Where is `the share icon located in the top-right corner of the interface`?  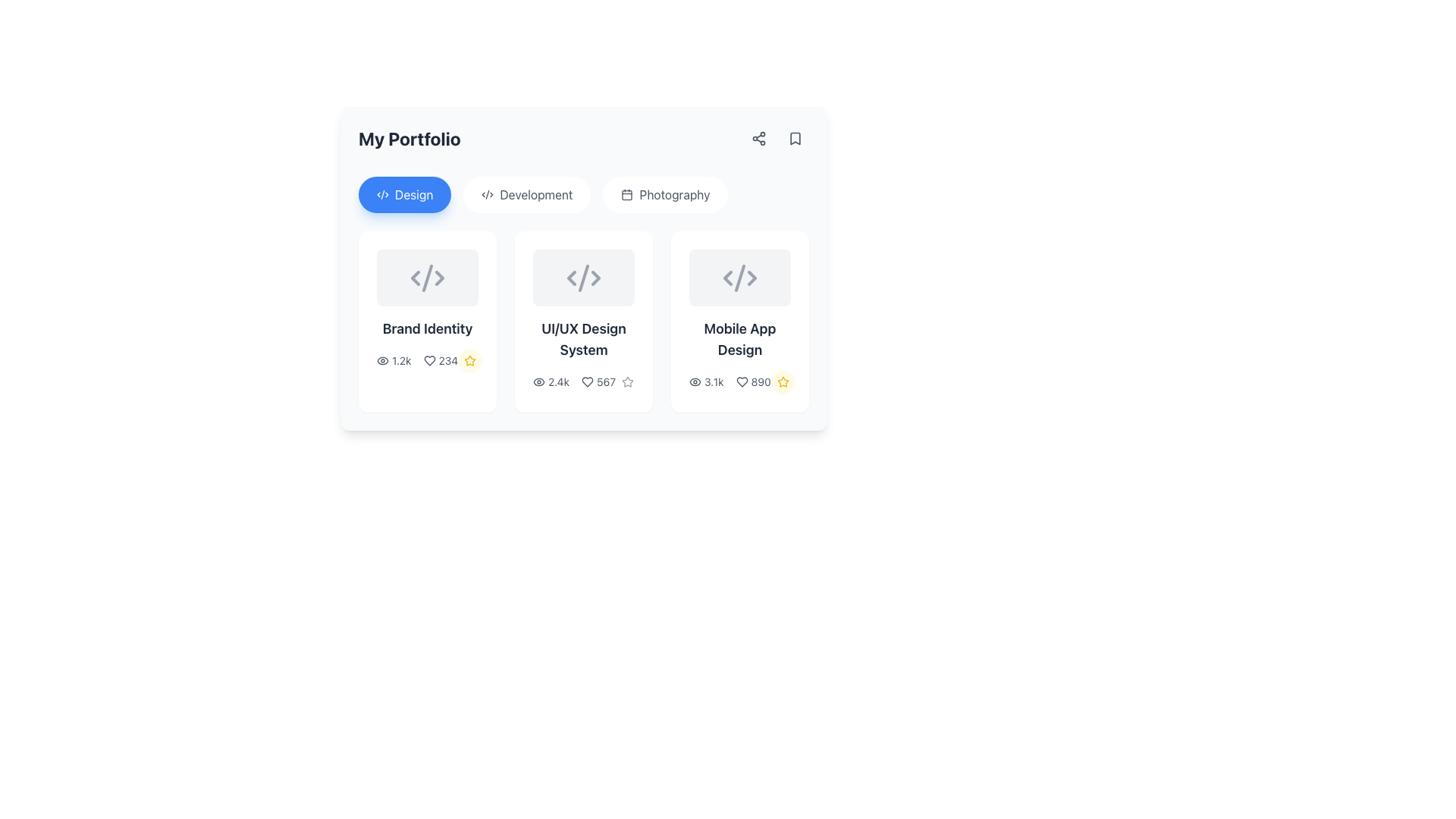
the share icon located in the top-right corner of the interface is located at coordinates (759, 138).